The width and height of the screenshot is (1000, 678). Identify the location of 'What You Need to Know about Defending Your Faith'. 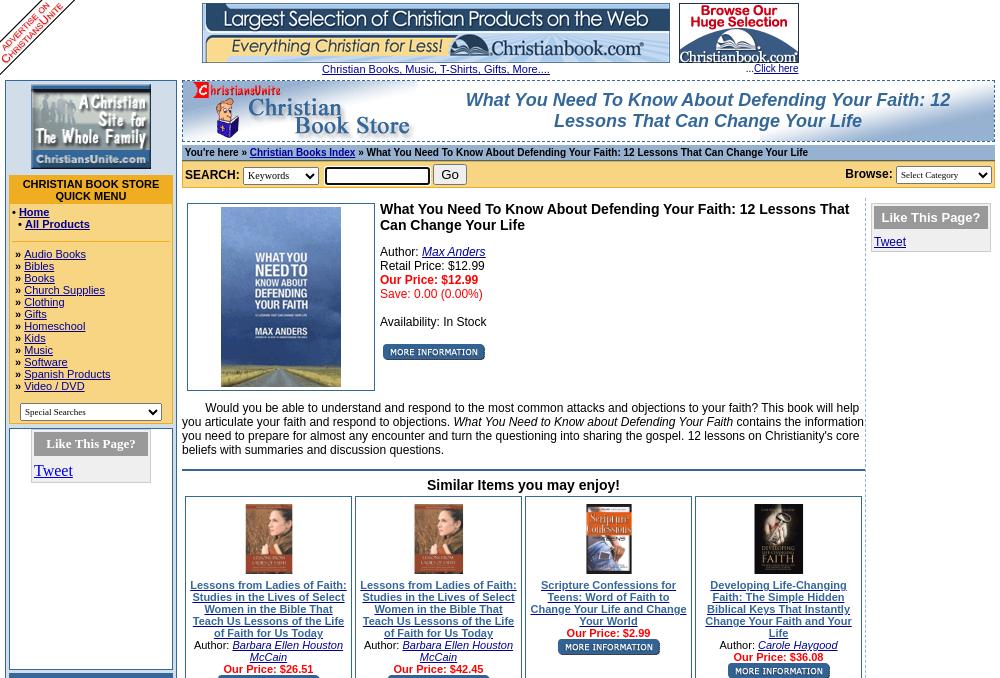
(592, 421).